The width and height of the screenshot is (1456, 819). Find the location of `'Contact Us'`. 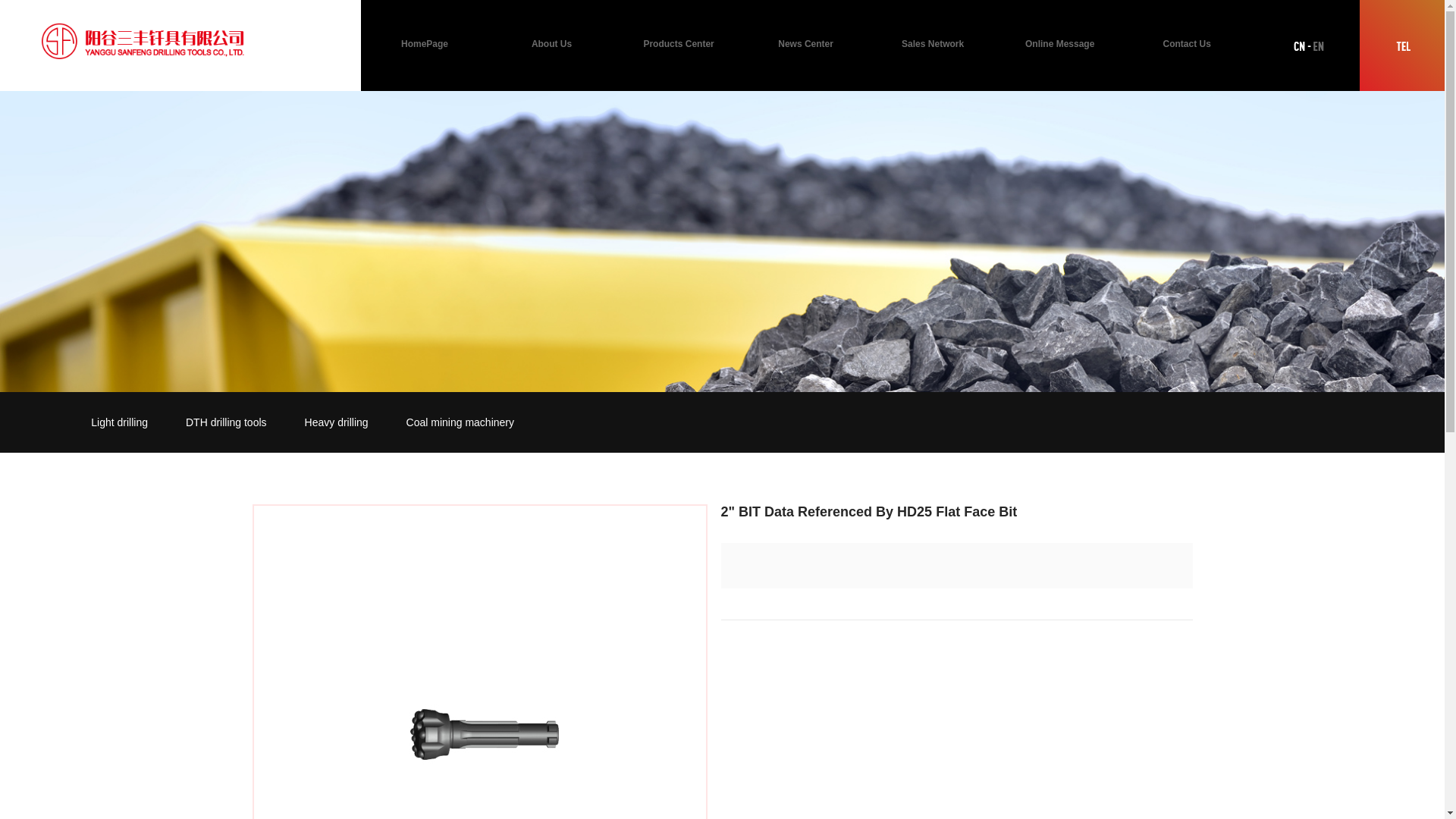

'Contact Us' is located at coordinates (1185, 43).